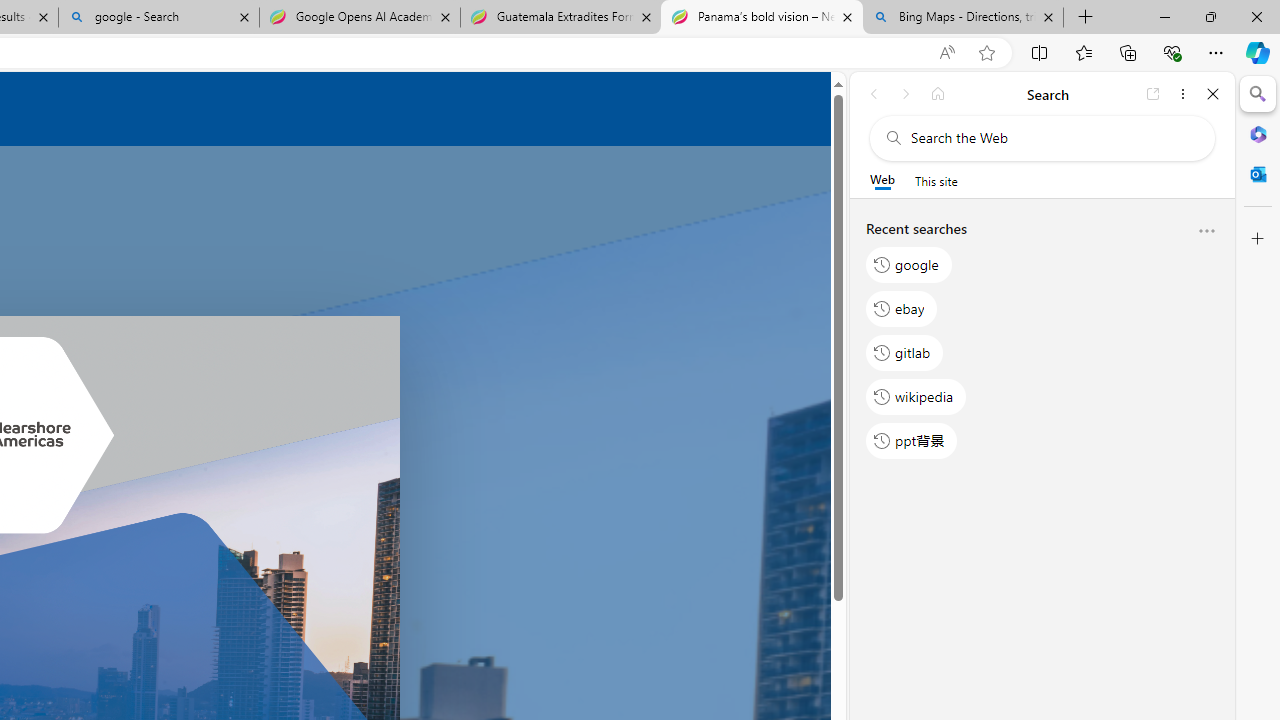  I want to click on 'Microsoft 365', so click(1257, 133).